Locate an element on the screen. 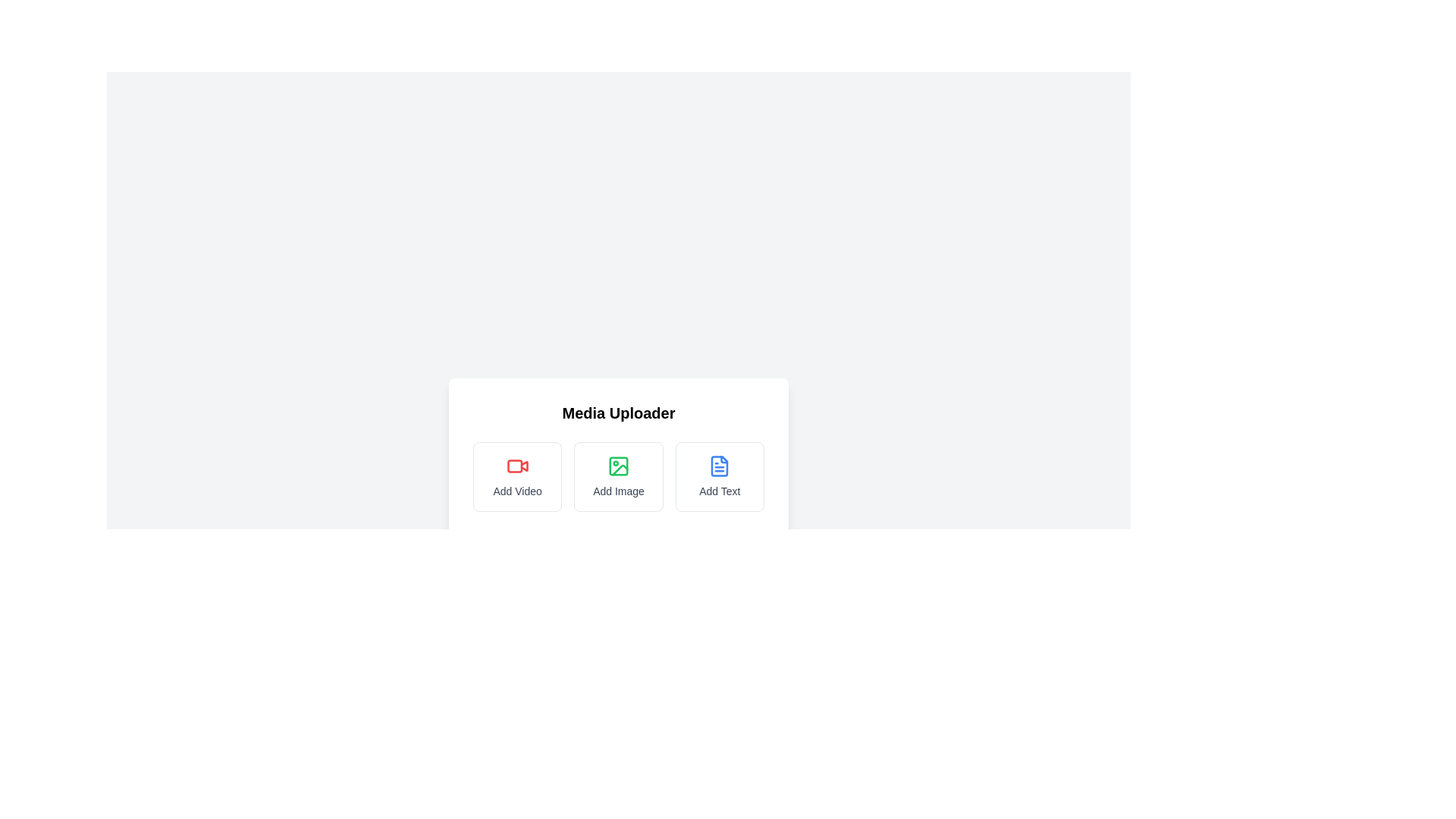  the rounded rectangle element with a greenish hue that serves as the background structure within the 'Add Image' button in the Media Uploader interface is located at coordinates (619, 465).